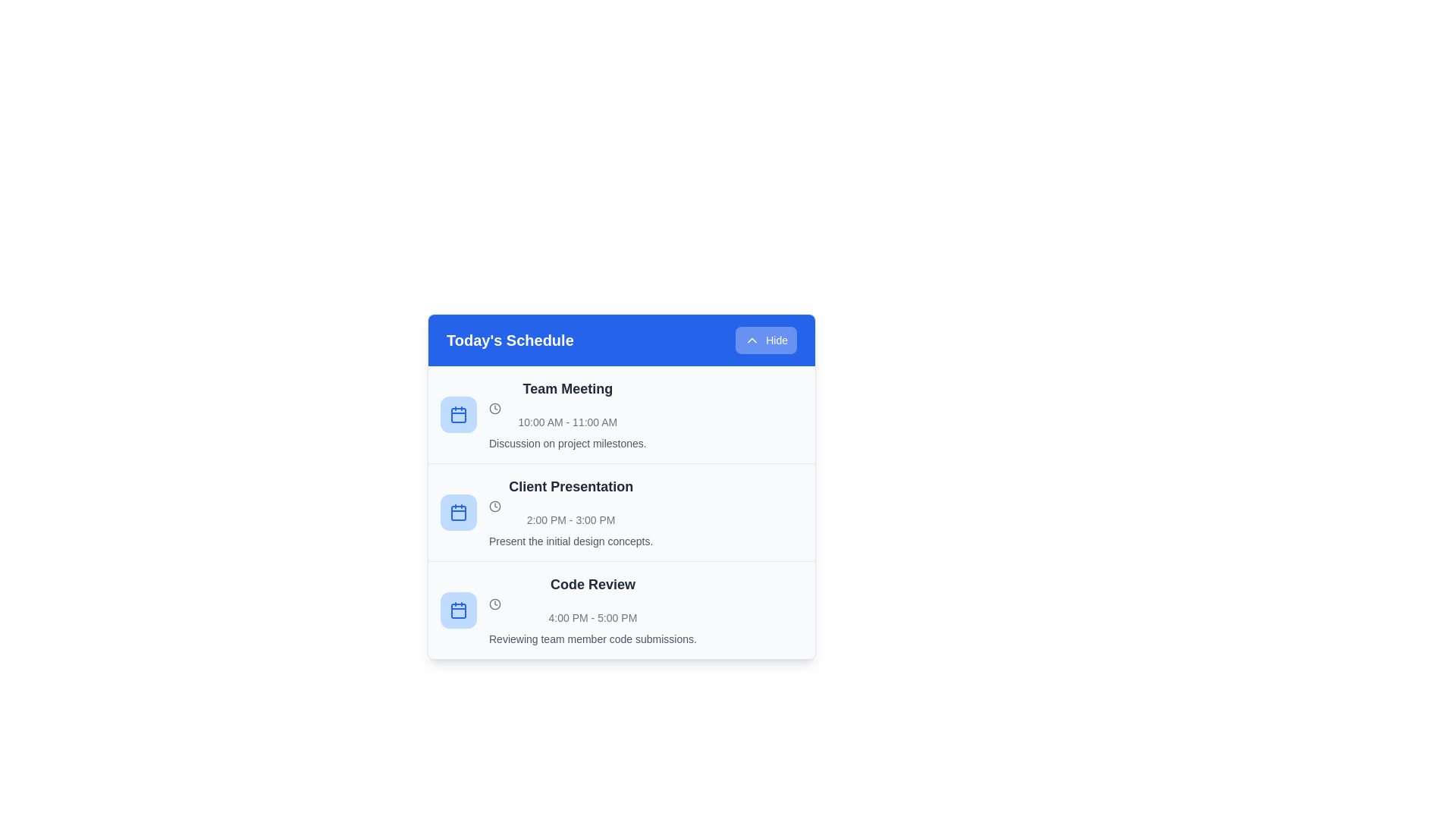 The width and height of the screenshot is (1456, 819). Describe the element at coordinates (494, 506) in the screenshot. I see `the outer circular boundary of the clock icon, which is located in the second row of the schedule list next to the 'Client Presentation' time and title` at that location.